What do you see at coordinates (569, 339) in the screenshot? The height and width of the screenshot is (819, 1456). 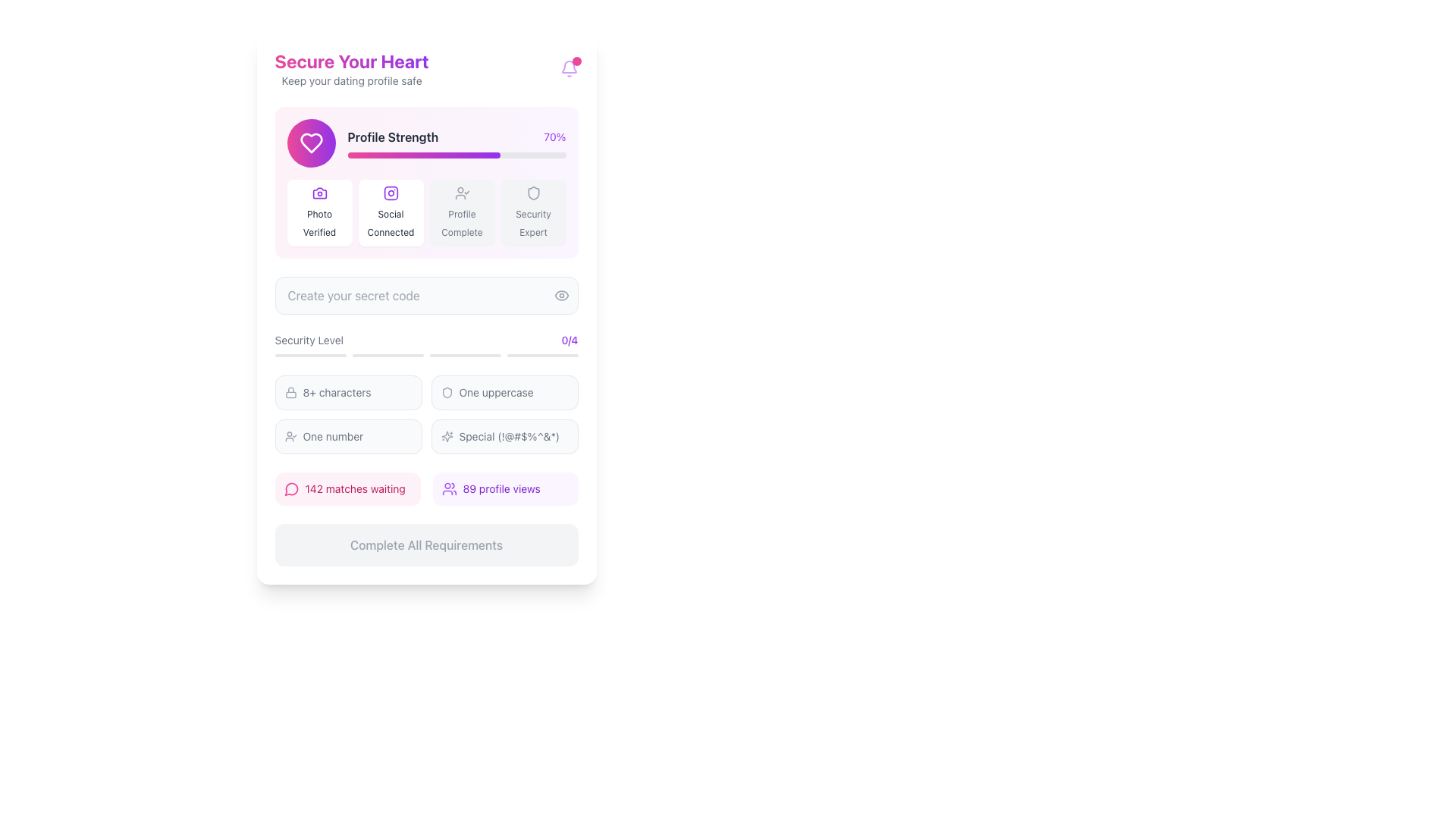 I see `the text label element displaying '0/4', styled in purple, located in the far-right portion of the 'Security Level' section` at bounding box center [569, 339].